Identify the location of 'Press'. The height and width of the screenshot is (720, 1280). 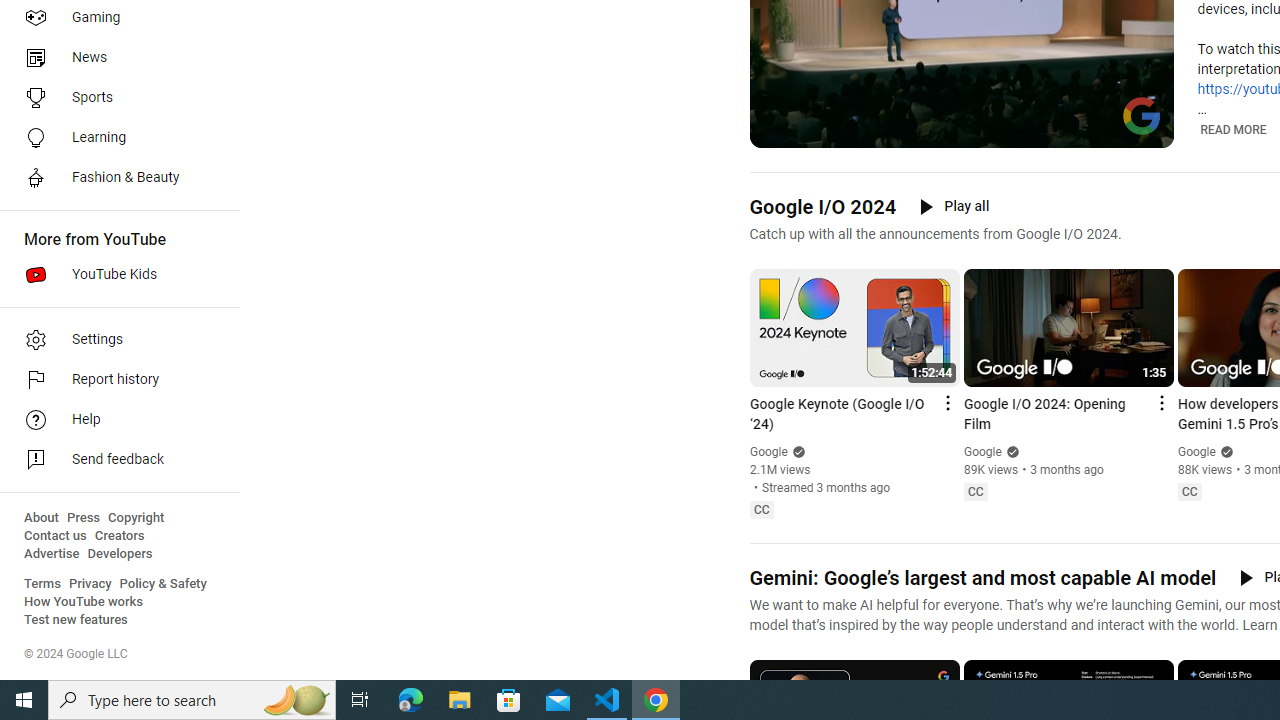
(82, 517).